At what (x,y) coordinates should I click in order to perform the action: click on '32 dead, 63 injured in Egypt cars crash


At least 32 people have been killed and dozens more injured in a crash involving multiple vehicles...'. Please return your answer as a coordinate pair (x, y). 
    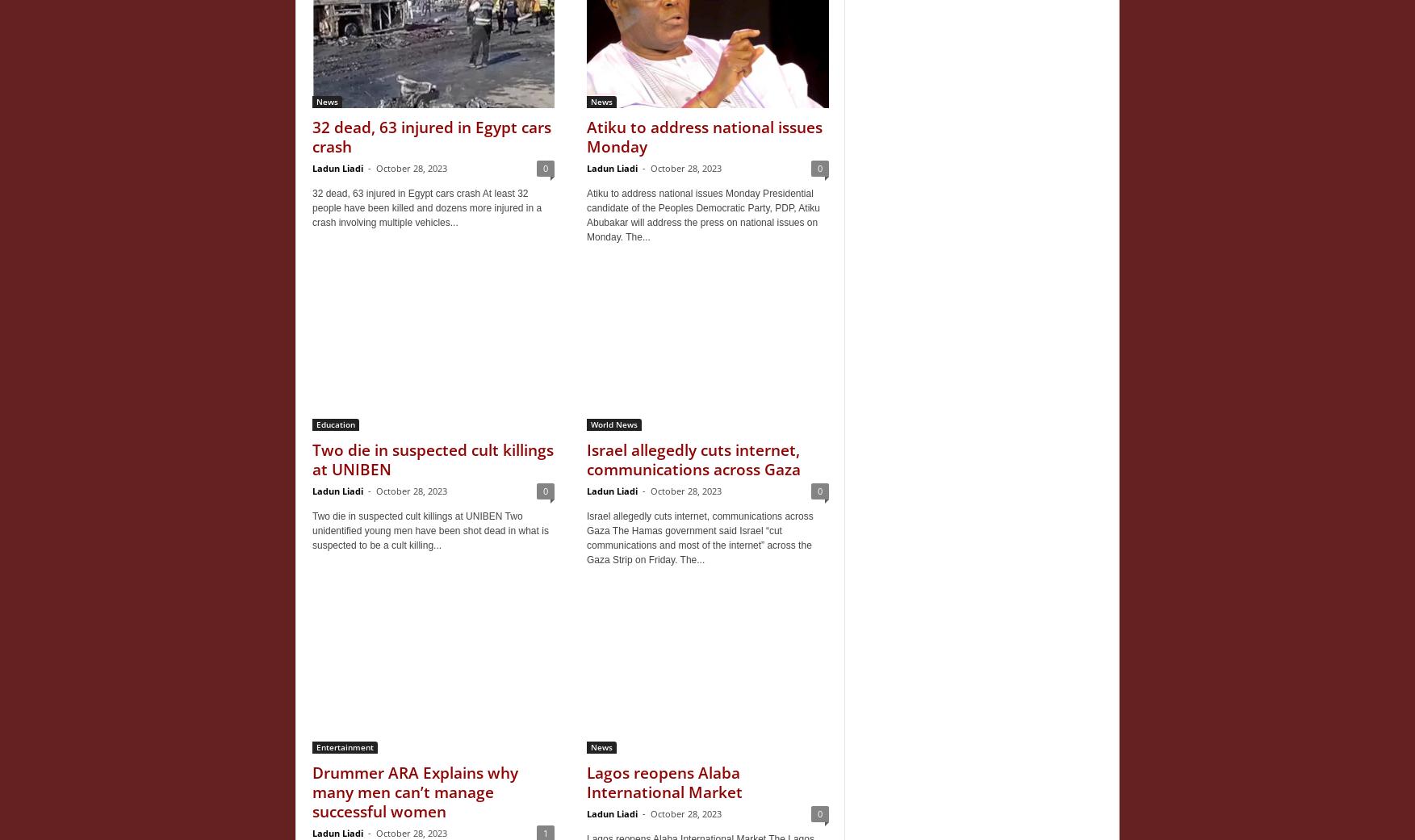
    Looking at the image, I should click on (312, 207).